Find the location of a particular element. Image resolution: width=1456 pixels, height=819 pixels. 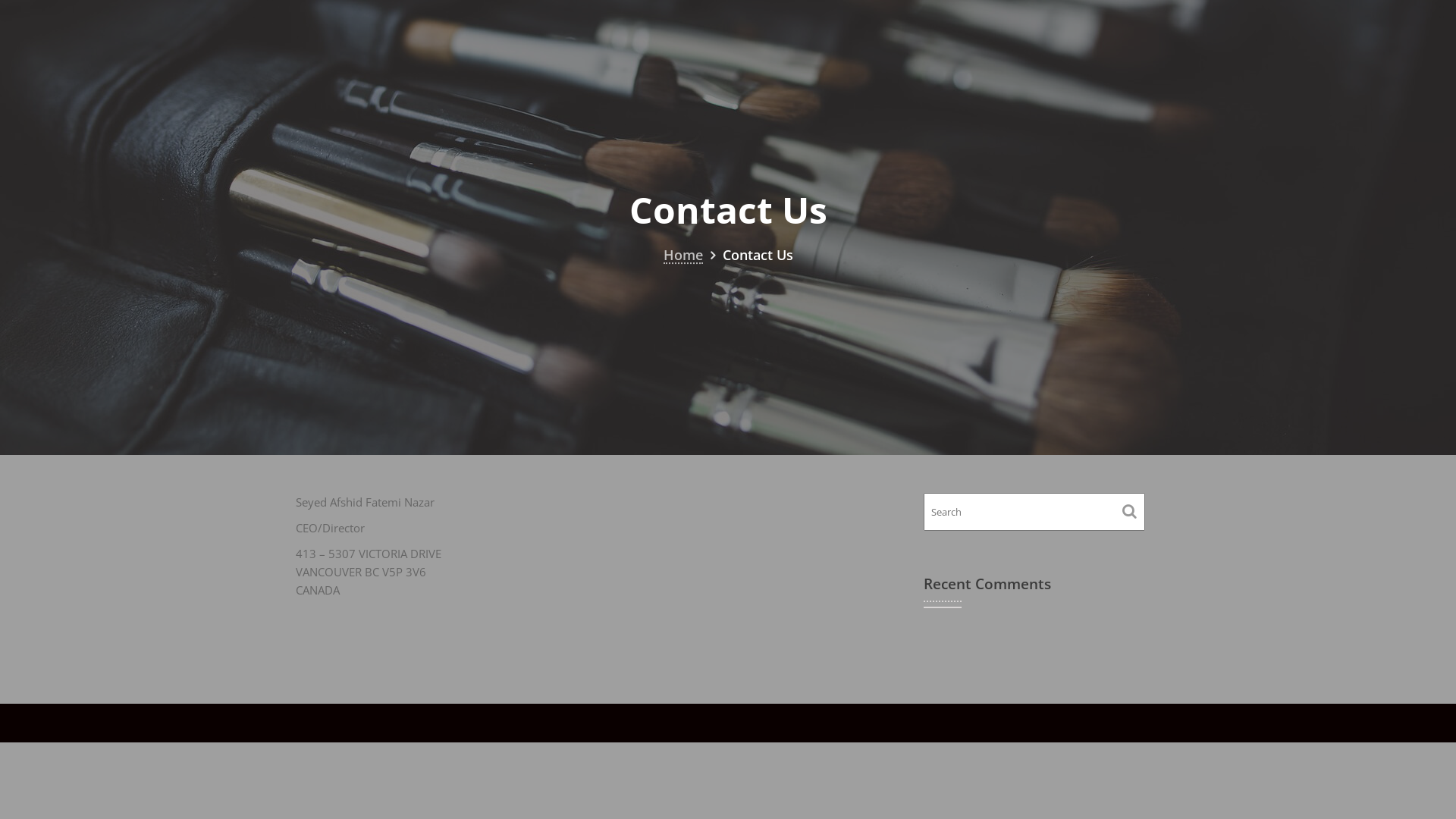

'Home' is located at coordinates (682, 253).